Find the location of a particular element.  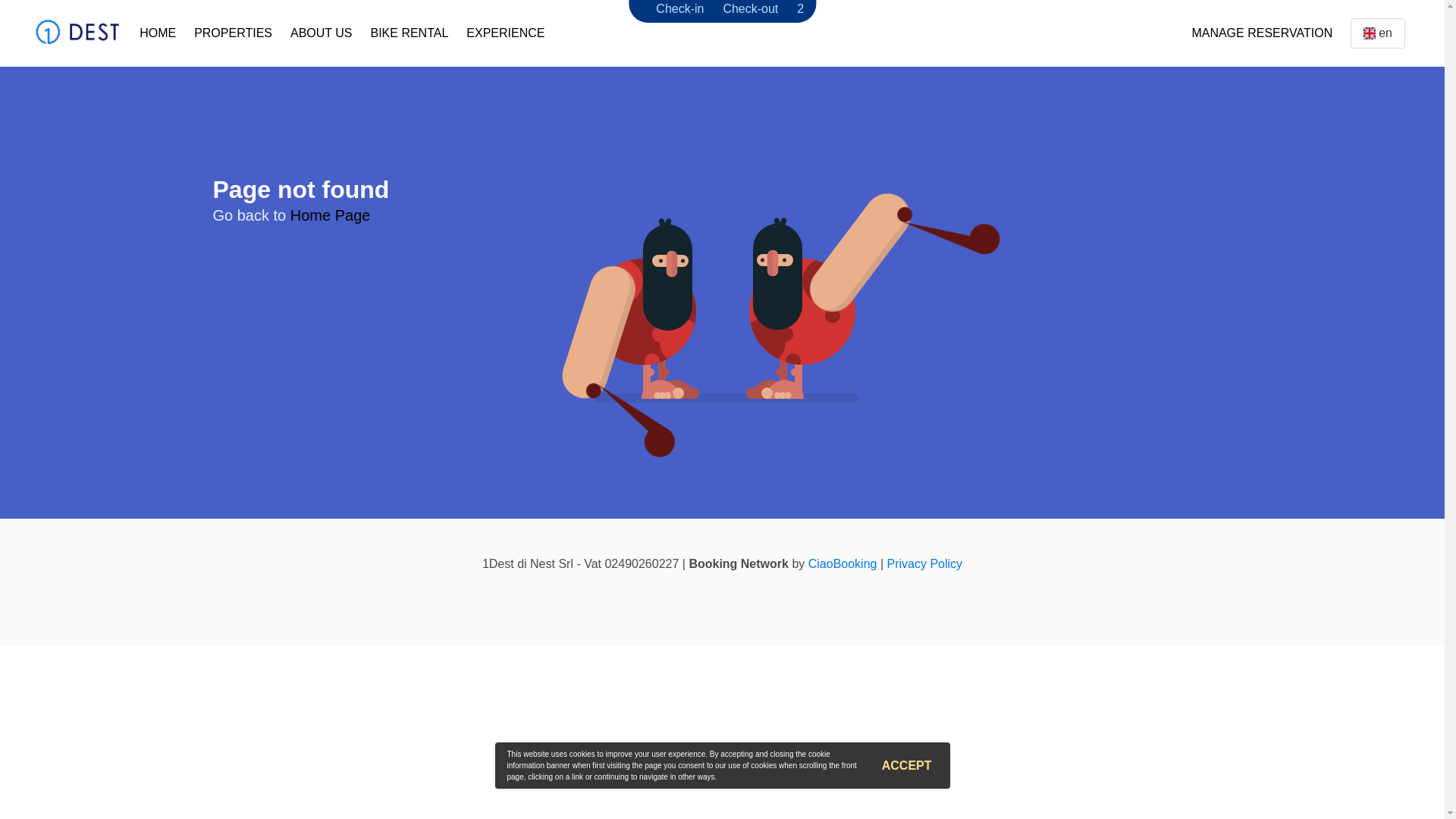

'ABOUT US' is located at coordinates (281, 33).